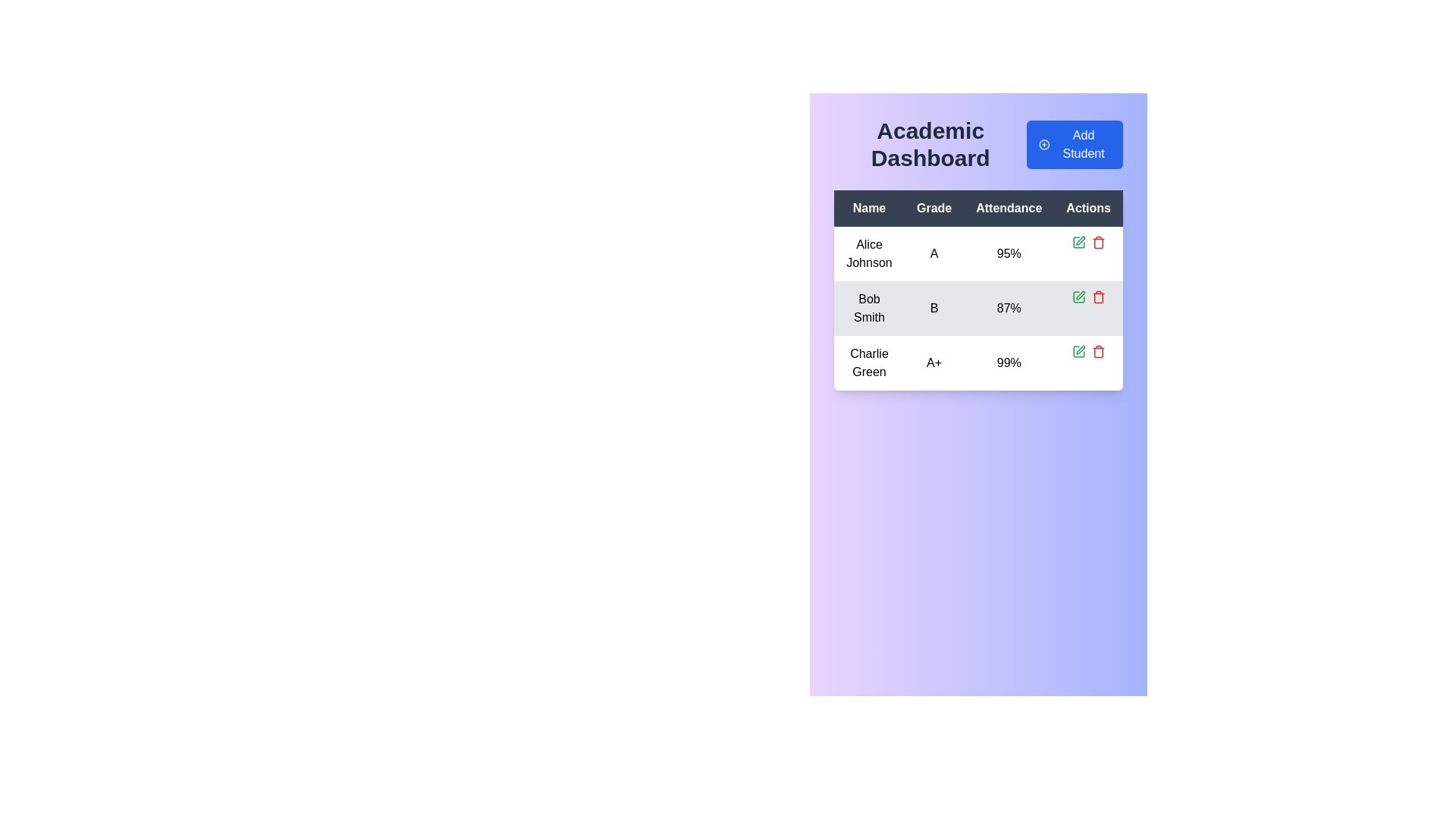  What do you see at coordinates (1009, 308) in the screenshot?
I see `the Text Label displaying '87%' associated with 'Bob Smith' in the Attendance column of the table` at bounding box center [1009, 308].